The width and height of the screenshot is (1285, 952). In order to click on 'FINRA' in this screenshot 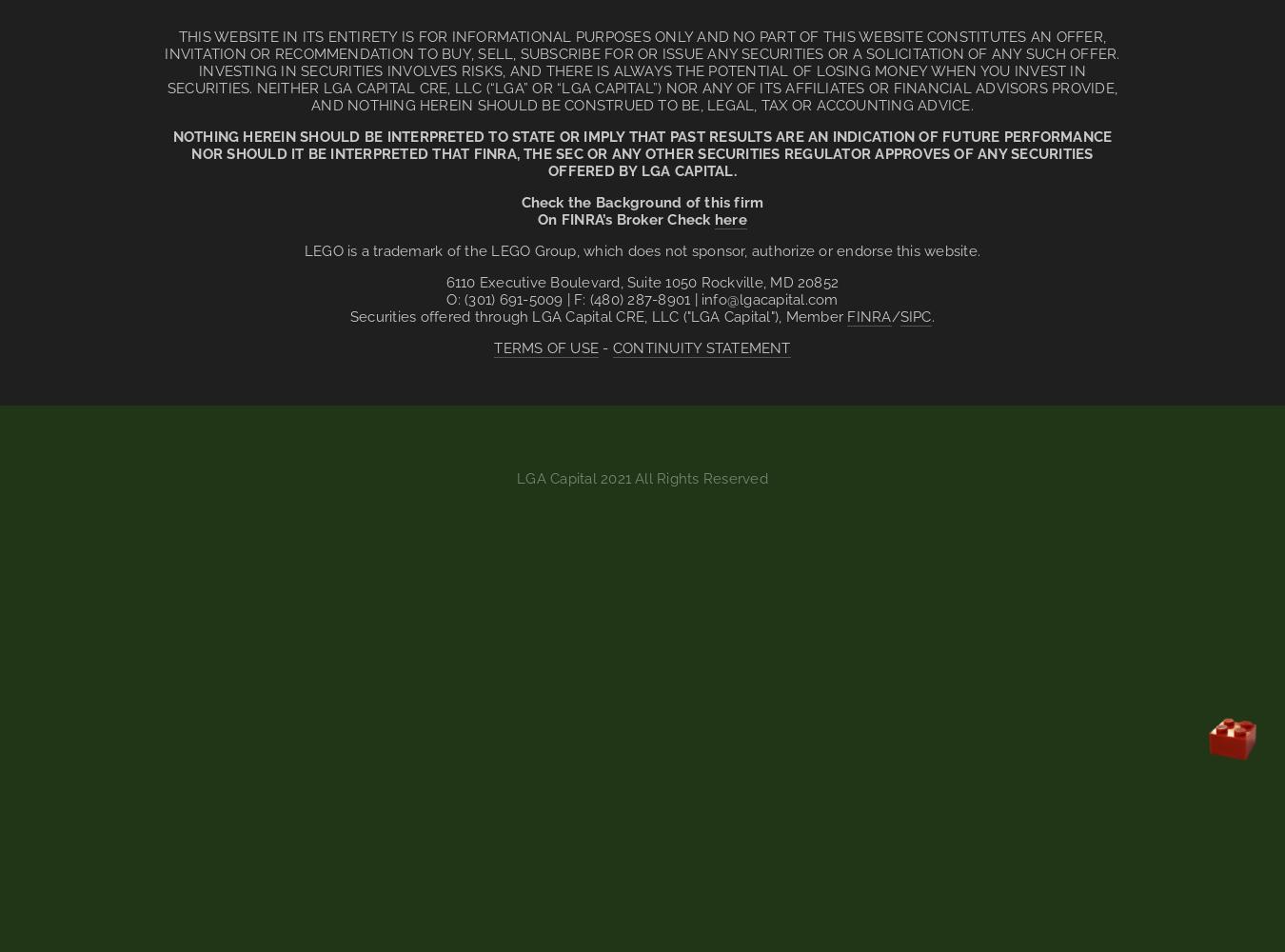, I will do `click(868, 316)`.